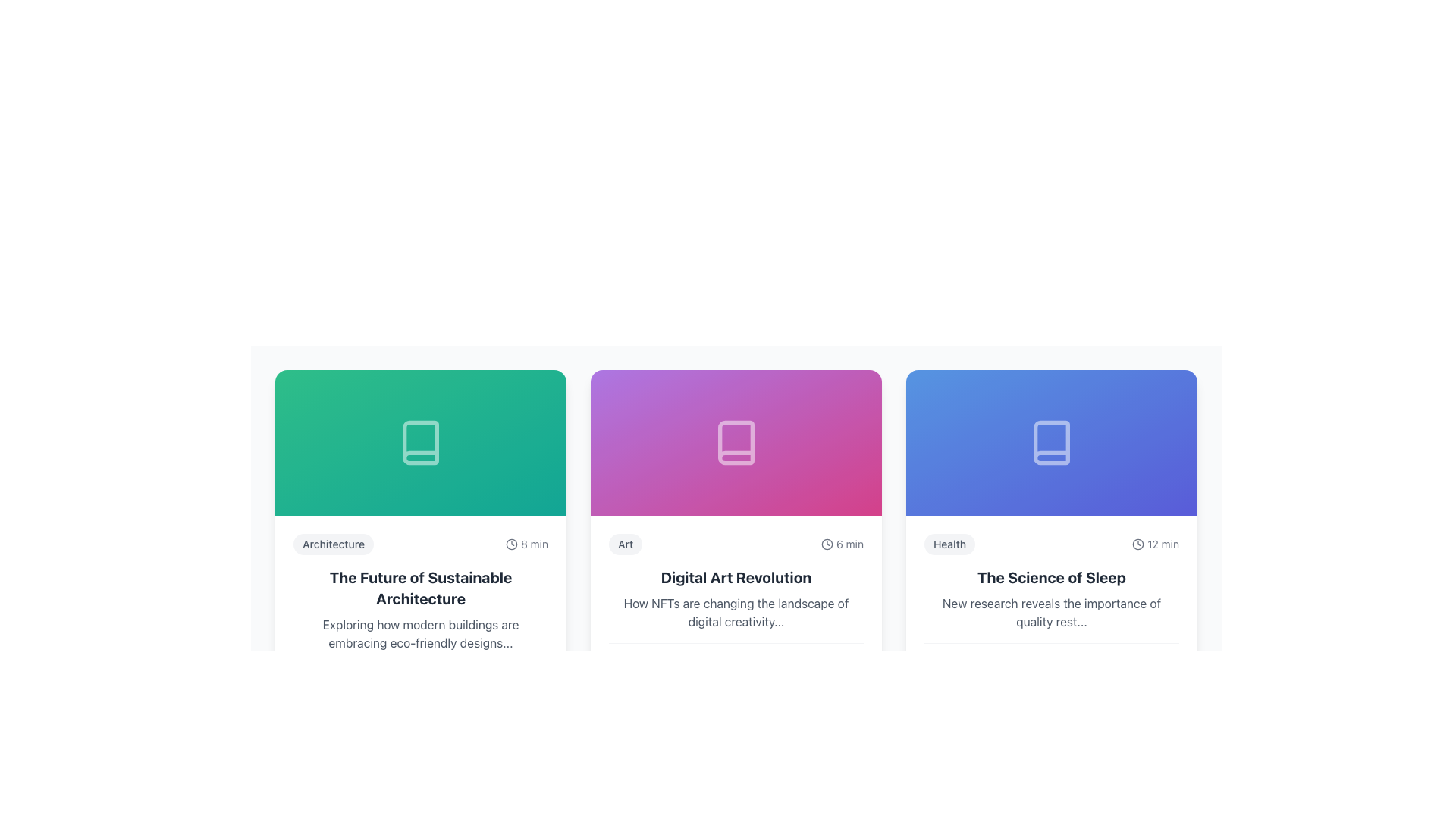  Describe the element at coordinates (827, 543) in the screenshot. I see `the circular graphical element that is part of the clock symbol in the middle card titled 'Digital Art Revolution'` at that location.